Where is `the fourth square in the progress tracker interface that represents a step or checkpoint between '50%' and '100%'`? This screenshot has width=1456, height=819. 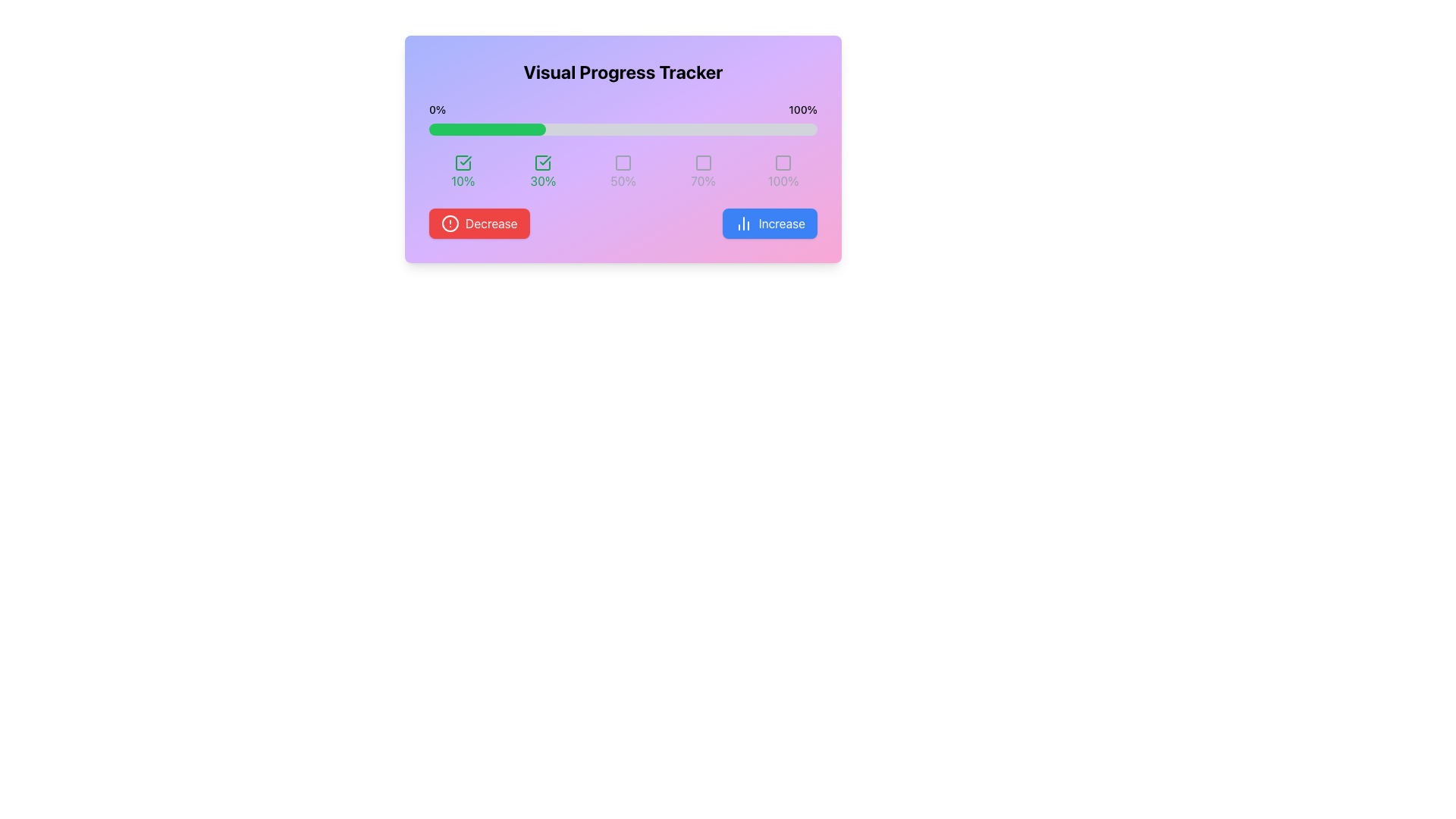
the fourth square in the progress tracker interface that represents a step or checkpoint between '50%' and '100%' is located at coordinates (702, 163).